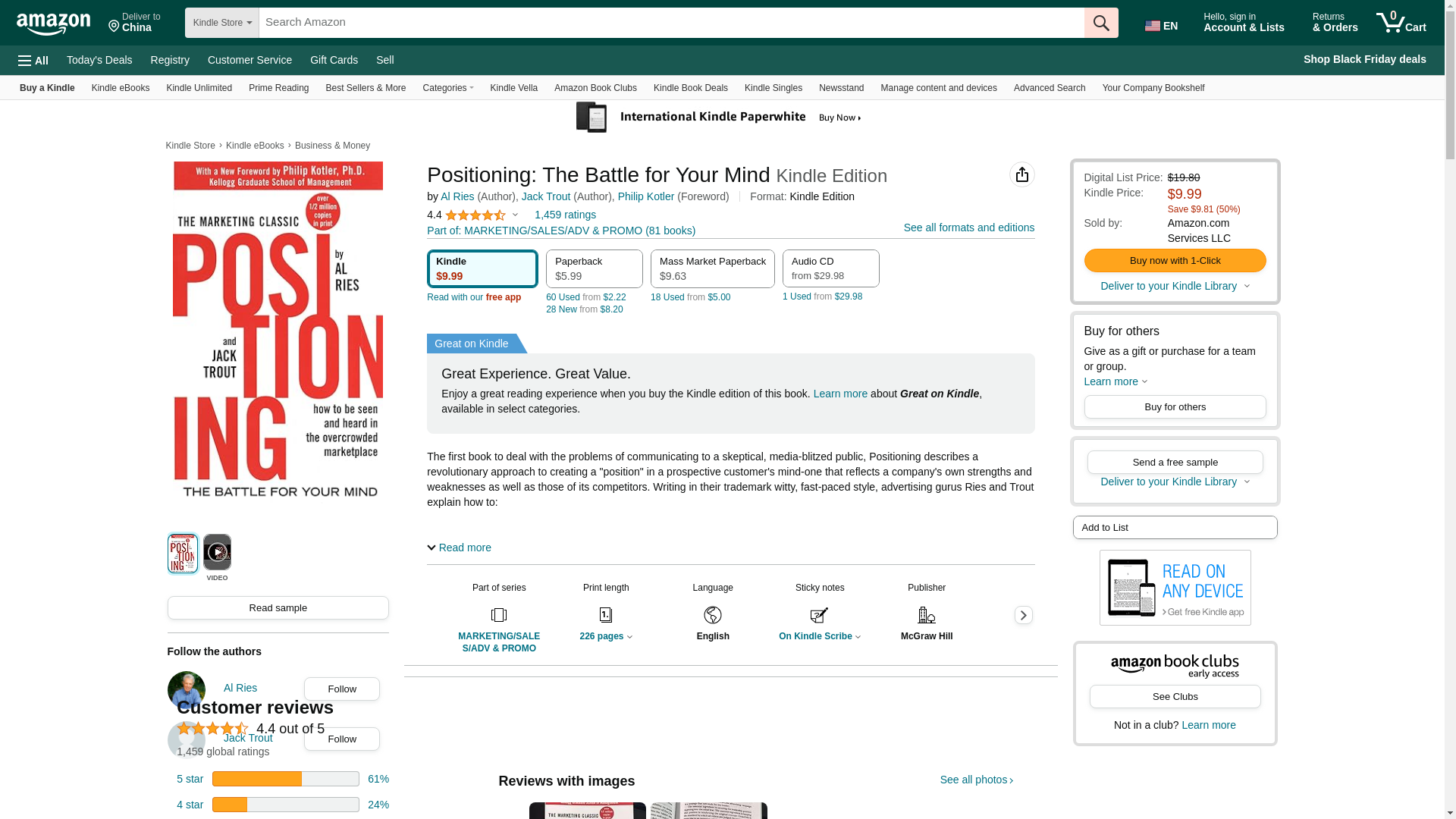 The height and width of the screenshot is (819, 1456). I want to click on '24%', so click(367, 803).